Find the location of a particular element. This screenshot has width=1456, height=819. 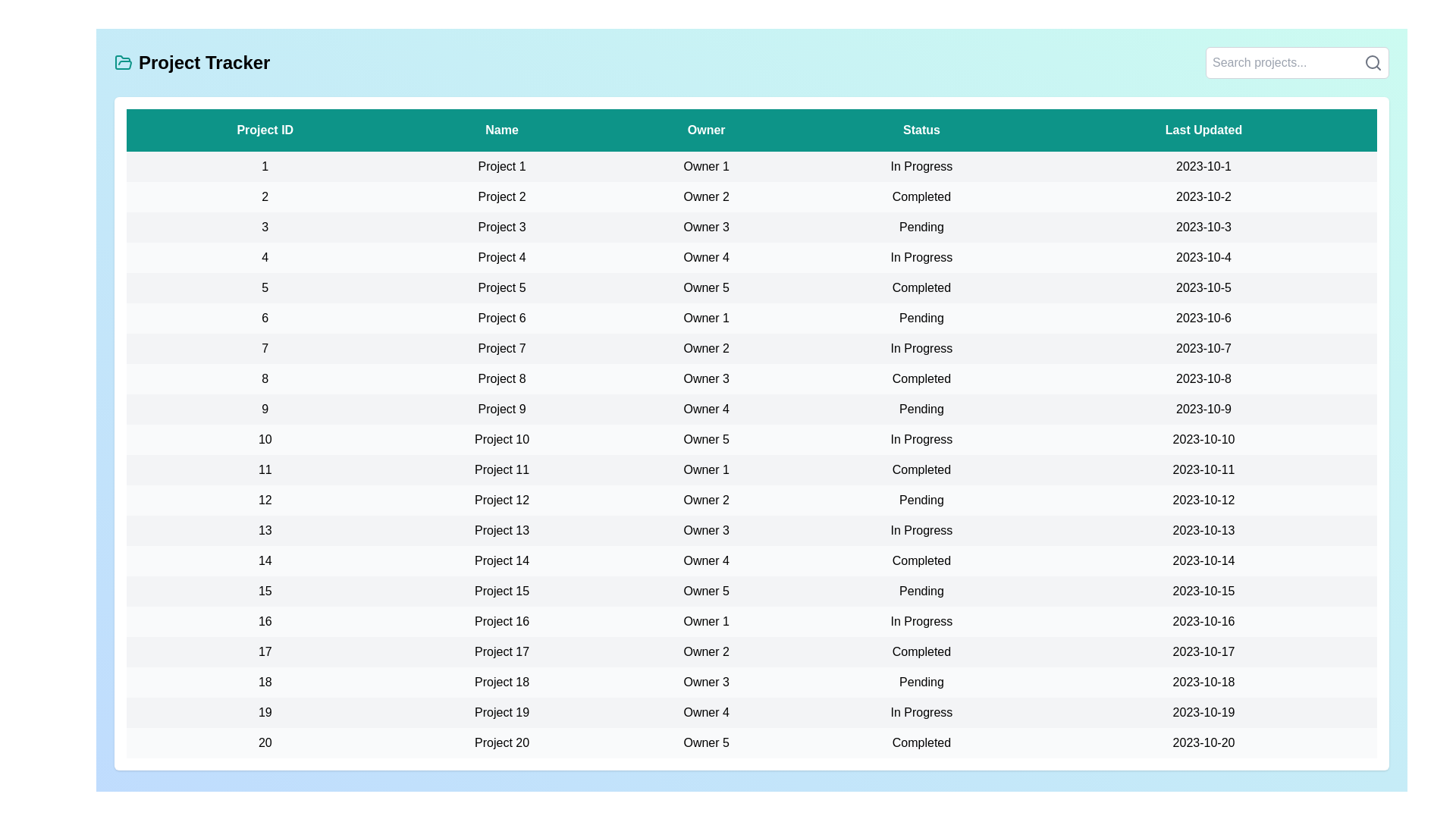

the column header Last Updated to sort the table by that column is located at coordinates (1203, 130).